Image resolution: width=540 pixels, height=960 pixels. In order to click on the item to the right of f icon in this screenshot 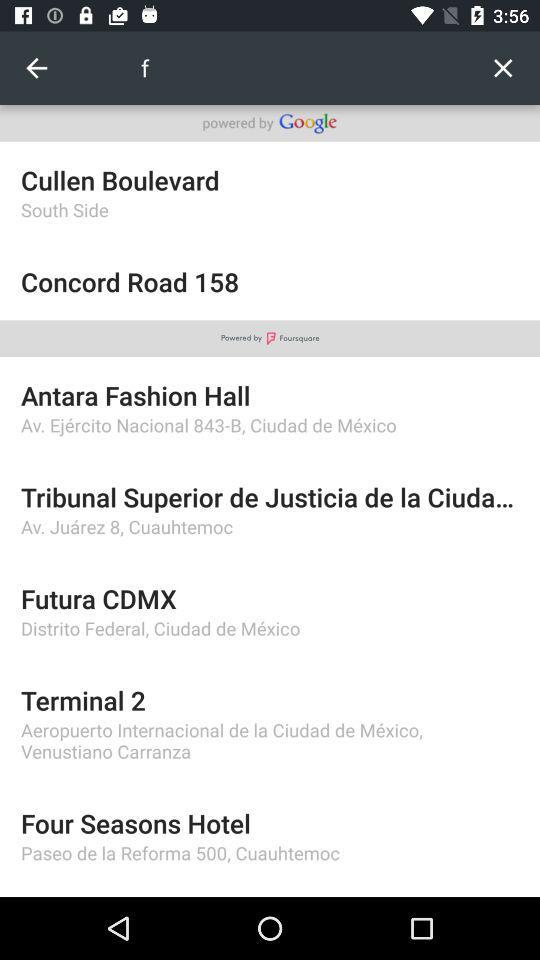, I will do `click(502, 68)`.